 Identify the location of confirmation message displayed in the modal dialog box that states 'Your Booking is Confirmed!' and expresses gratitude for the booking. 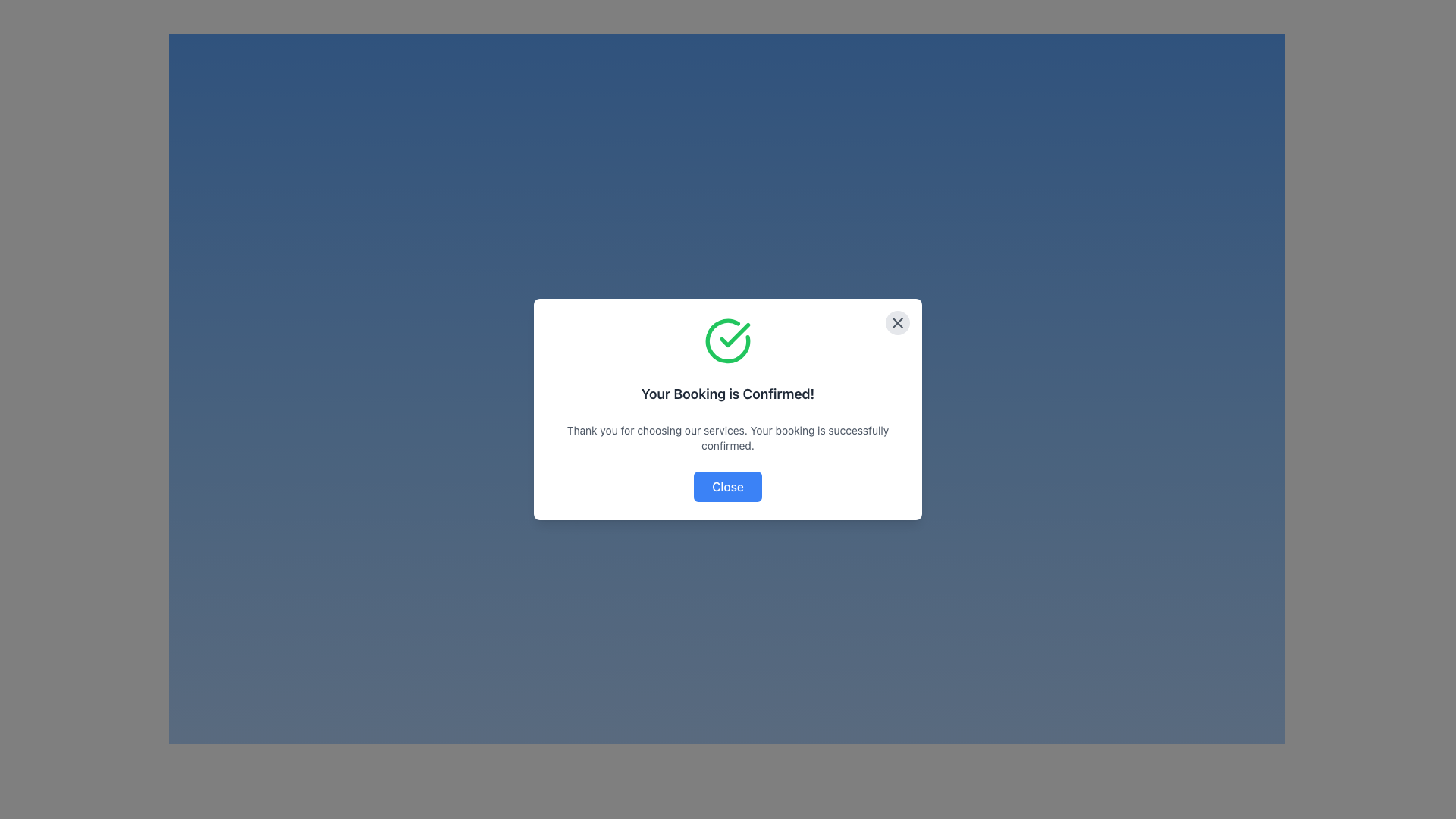
(728, 409).